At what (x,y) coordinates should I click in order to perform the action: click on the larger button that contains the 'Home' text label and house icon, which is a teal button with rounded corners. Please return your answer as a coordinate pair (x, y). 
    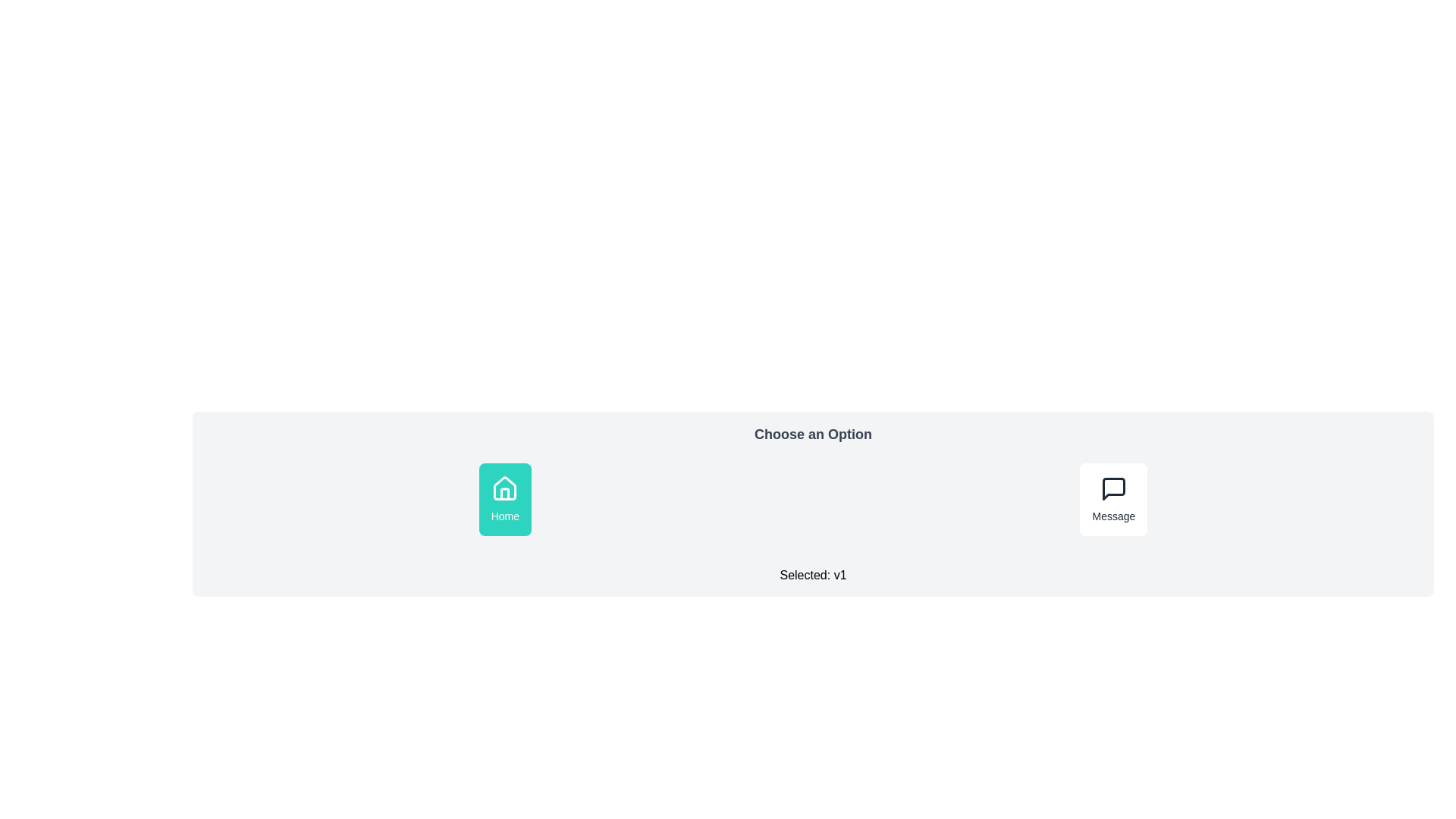
    Looking at the image, I should click on (505, 516).